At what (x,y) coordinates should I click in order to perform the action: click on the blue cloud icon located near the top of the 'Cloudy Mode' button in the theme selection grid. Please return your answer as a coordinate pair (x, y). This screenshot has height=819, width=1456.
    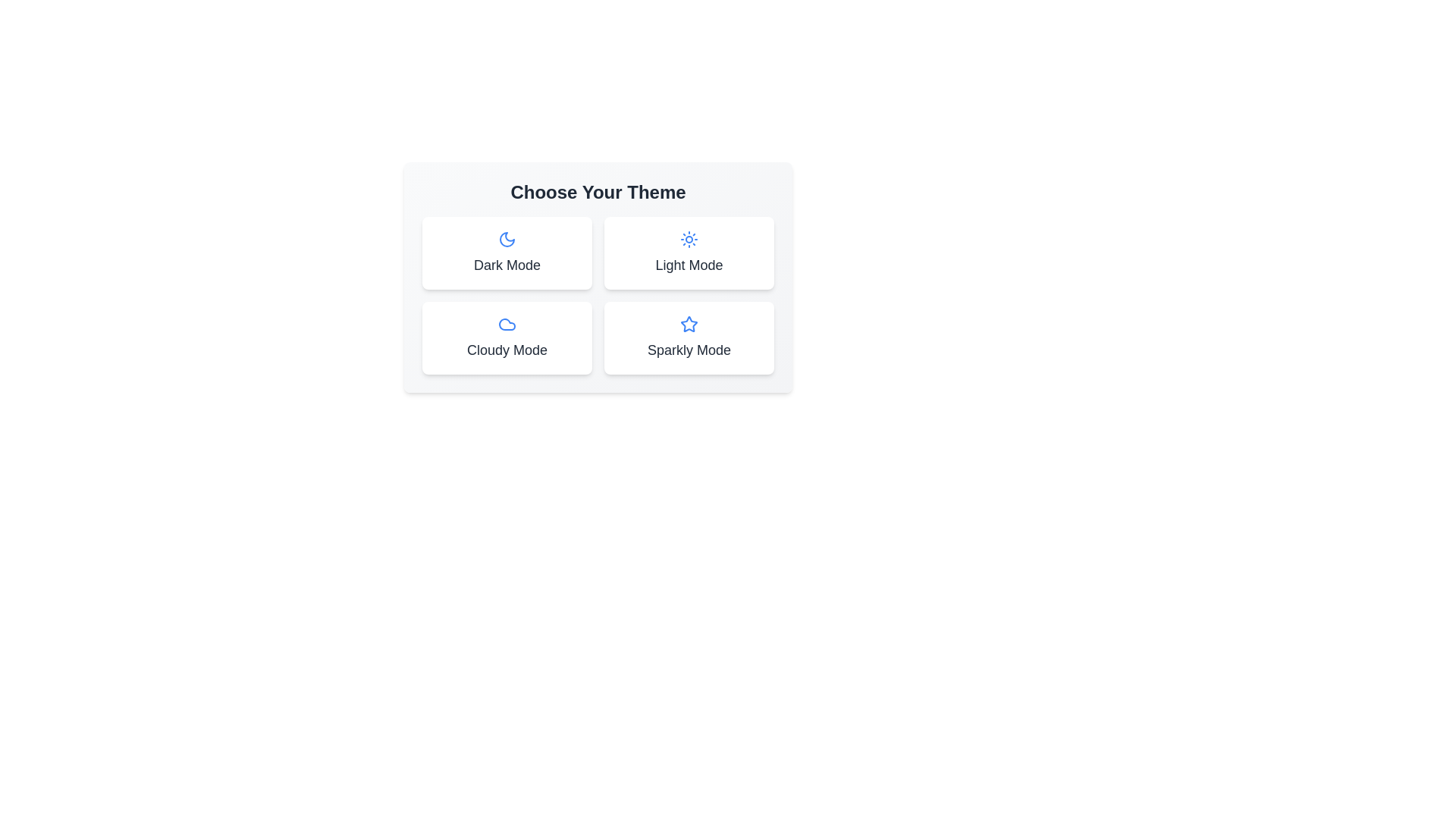
    Looking at the image, I should click on (507, 324).